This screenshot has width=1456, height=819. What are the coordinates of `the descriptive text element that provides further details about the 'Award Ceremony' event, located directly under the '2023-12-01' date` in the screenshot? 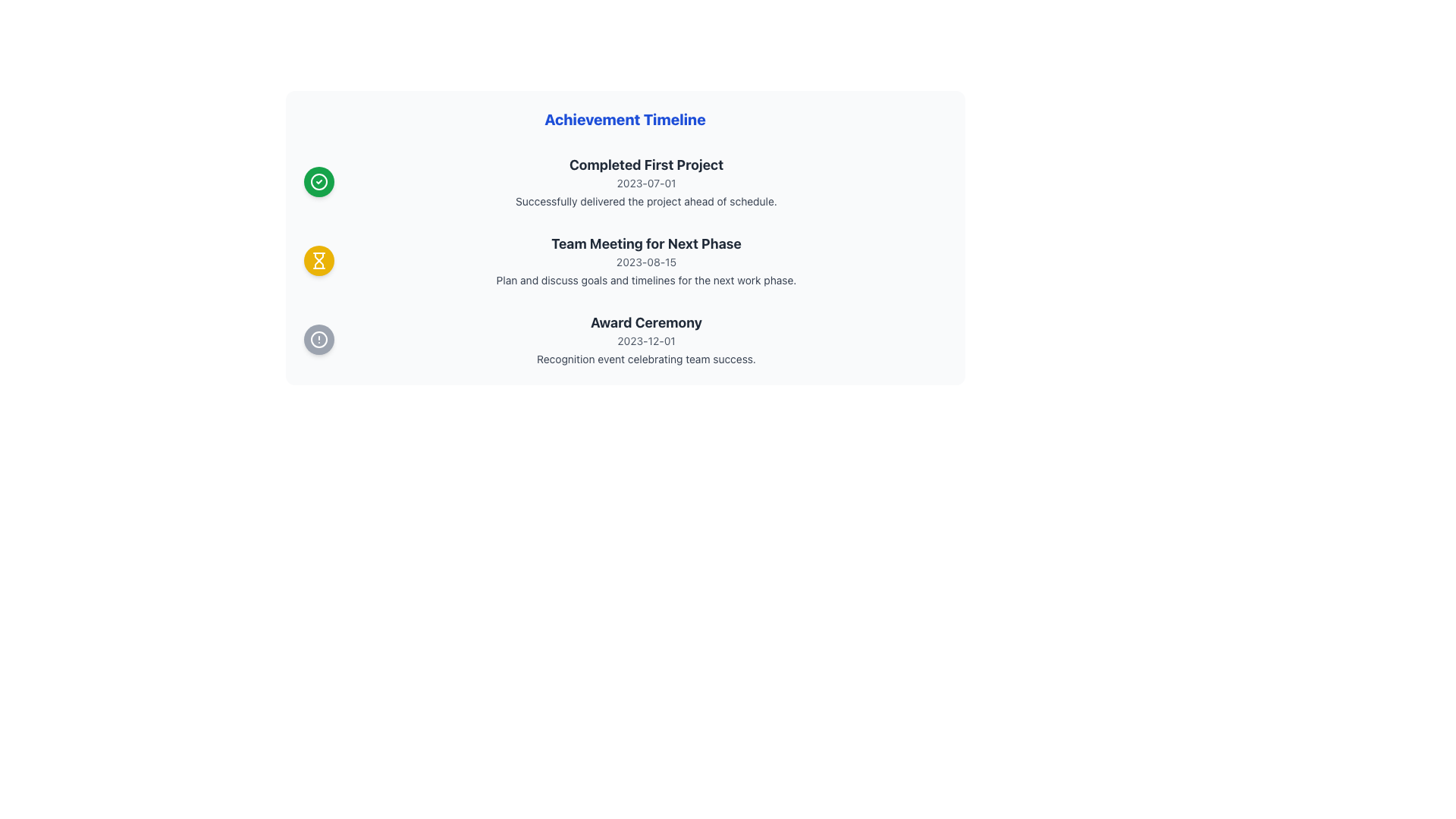 It's located at (646, 359).